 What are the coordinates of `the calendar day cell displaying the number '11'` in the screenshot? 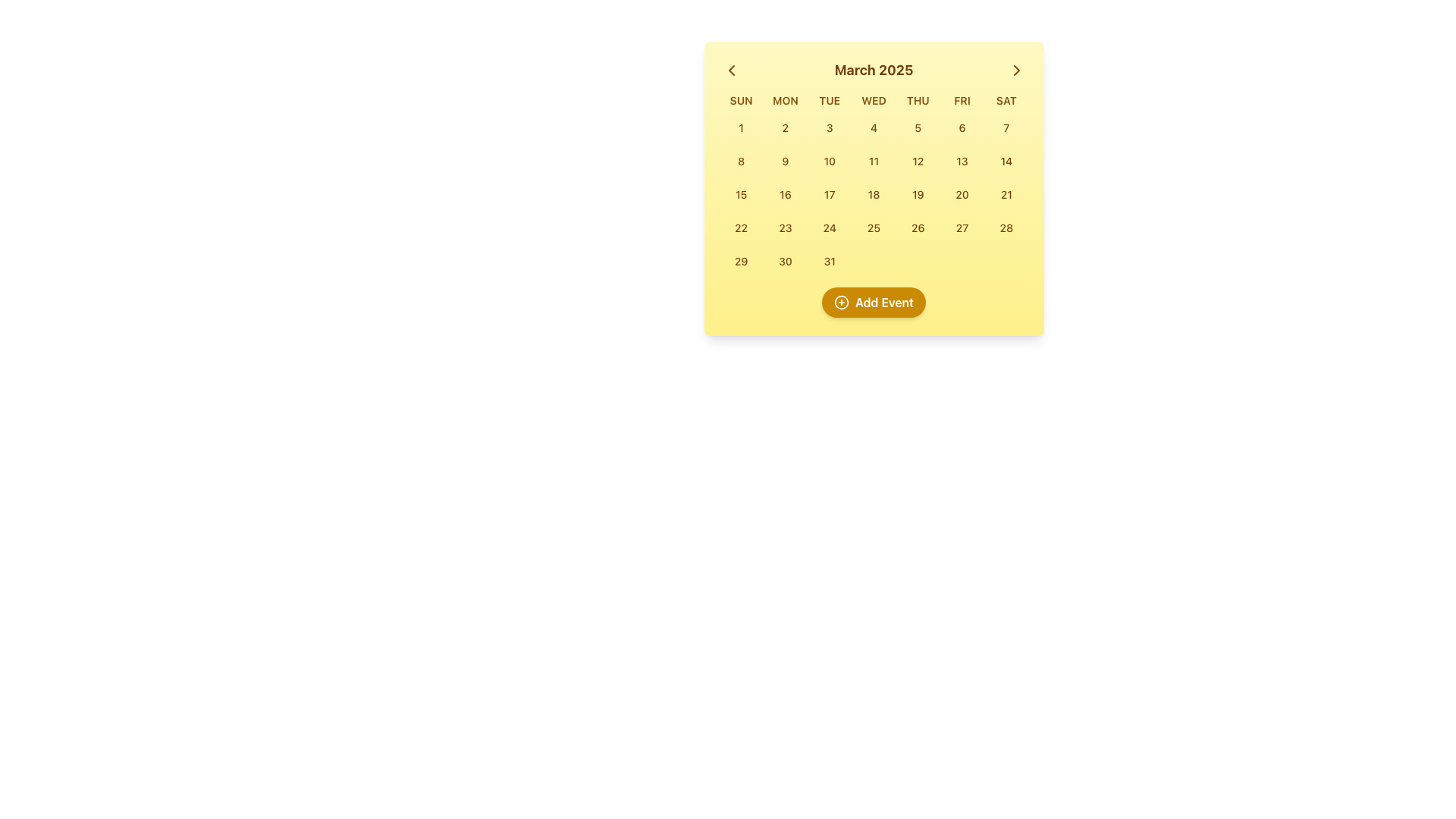 It's located at (874, 161).